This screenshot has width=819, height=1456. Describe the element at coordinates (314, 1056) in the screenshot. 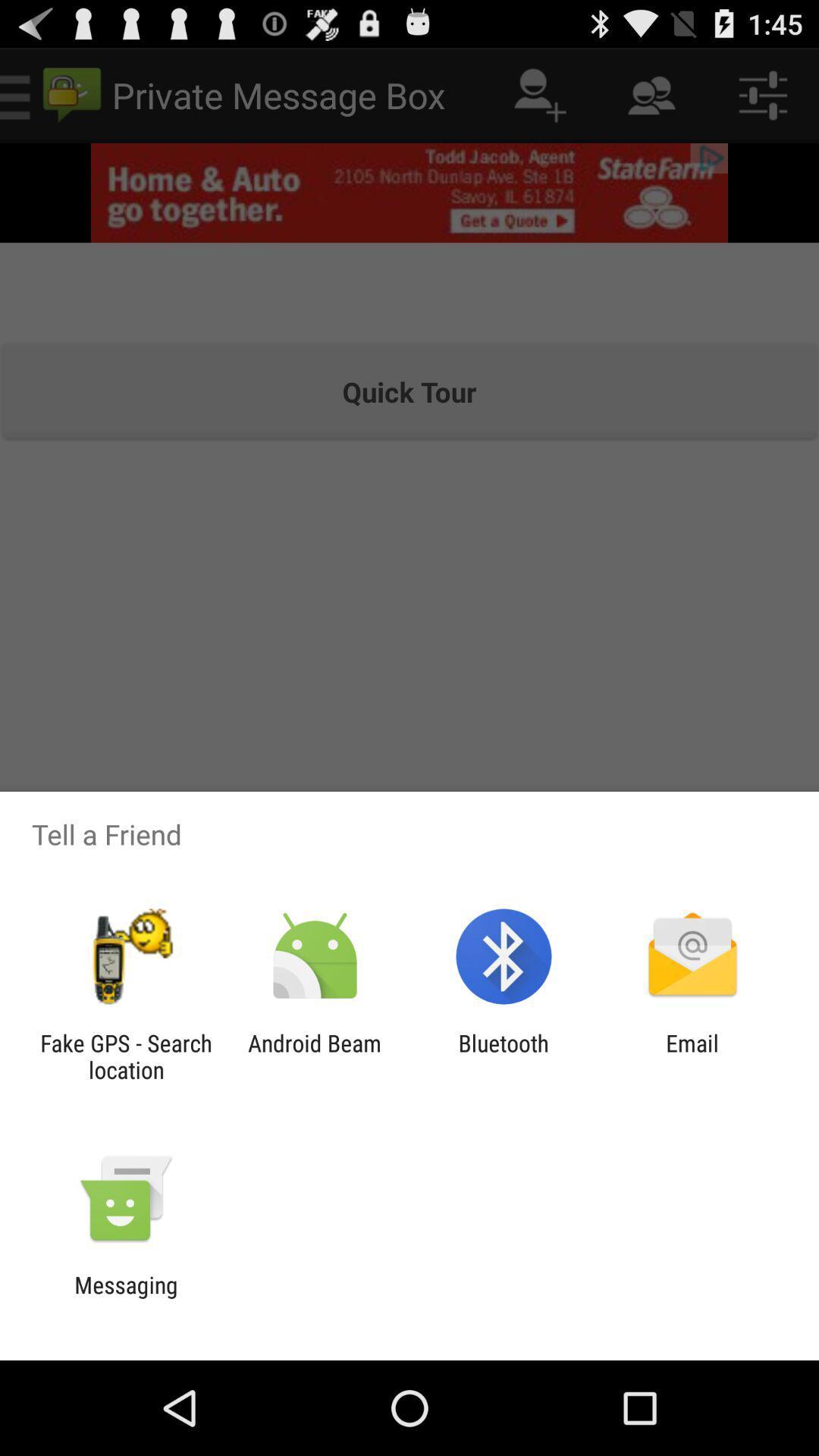

I see `icon next to the fake gps search item` at that location.